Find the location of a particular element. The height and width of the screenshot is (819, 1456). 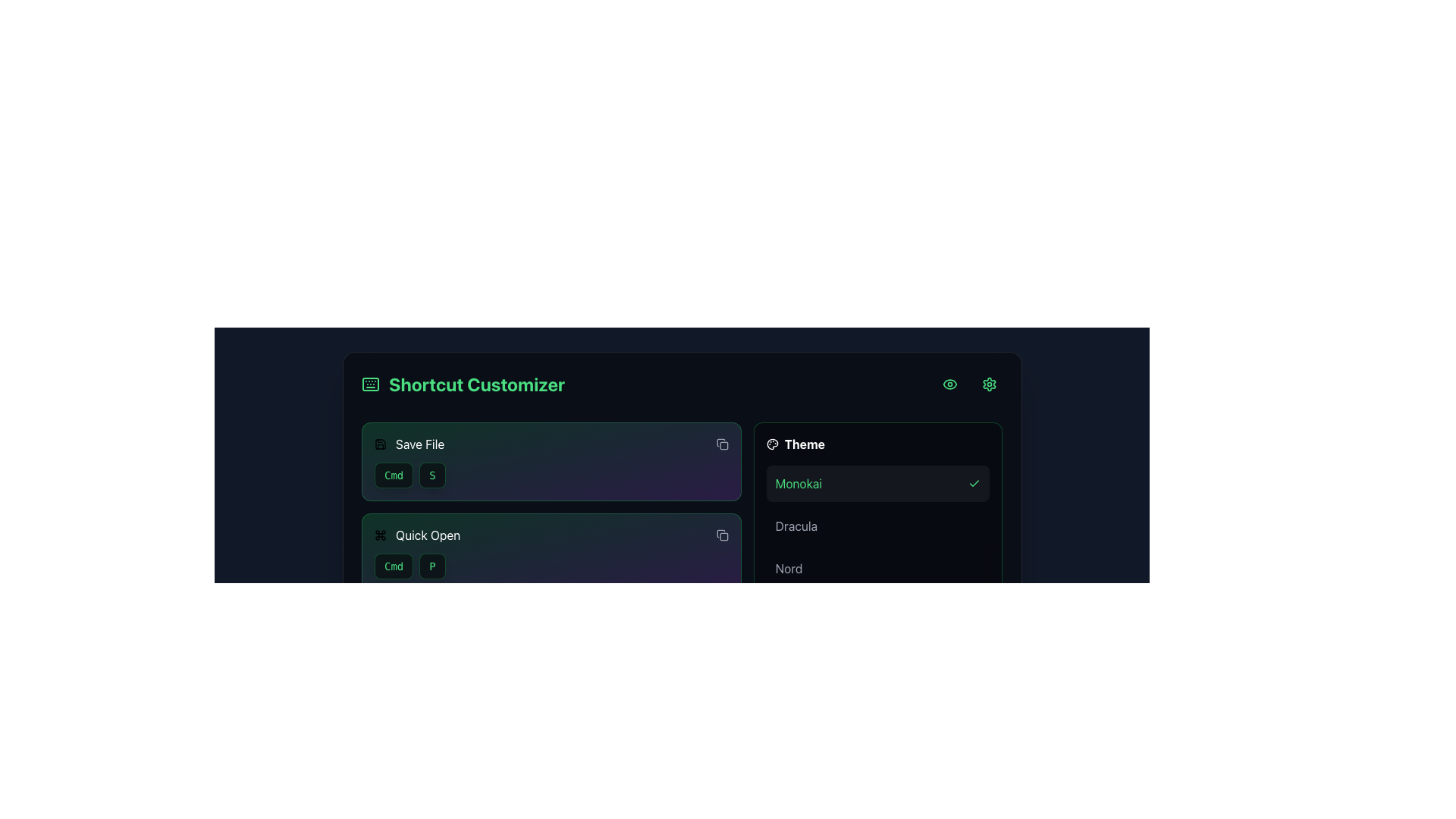

the 'Nord' theme option in the Theme section is located at coordinates (789, 568).